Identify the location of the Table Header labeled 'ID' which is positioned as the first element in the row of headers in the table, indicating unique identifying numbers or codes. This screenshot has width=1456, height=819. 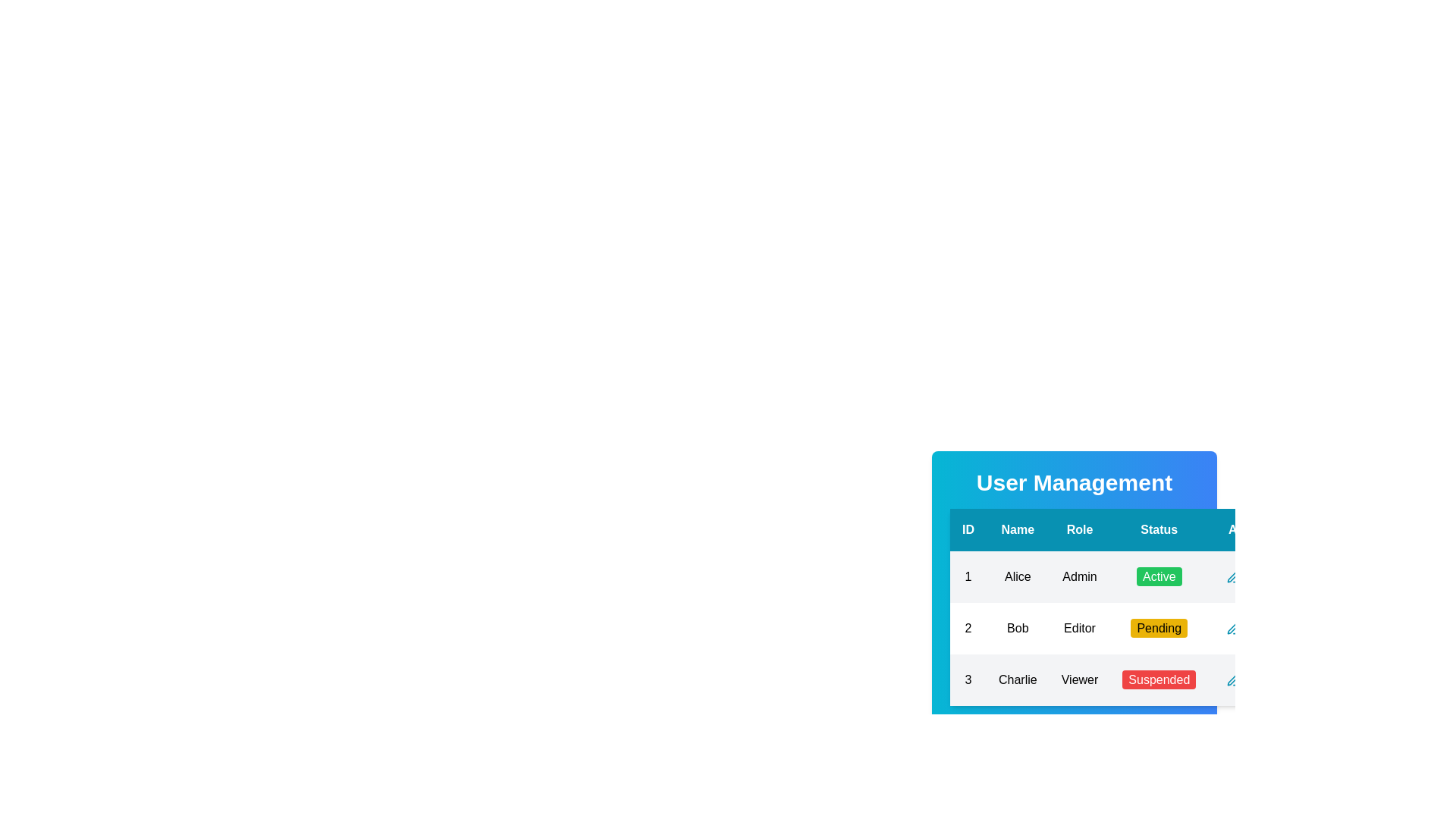
(967, 529).